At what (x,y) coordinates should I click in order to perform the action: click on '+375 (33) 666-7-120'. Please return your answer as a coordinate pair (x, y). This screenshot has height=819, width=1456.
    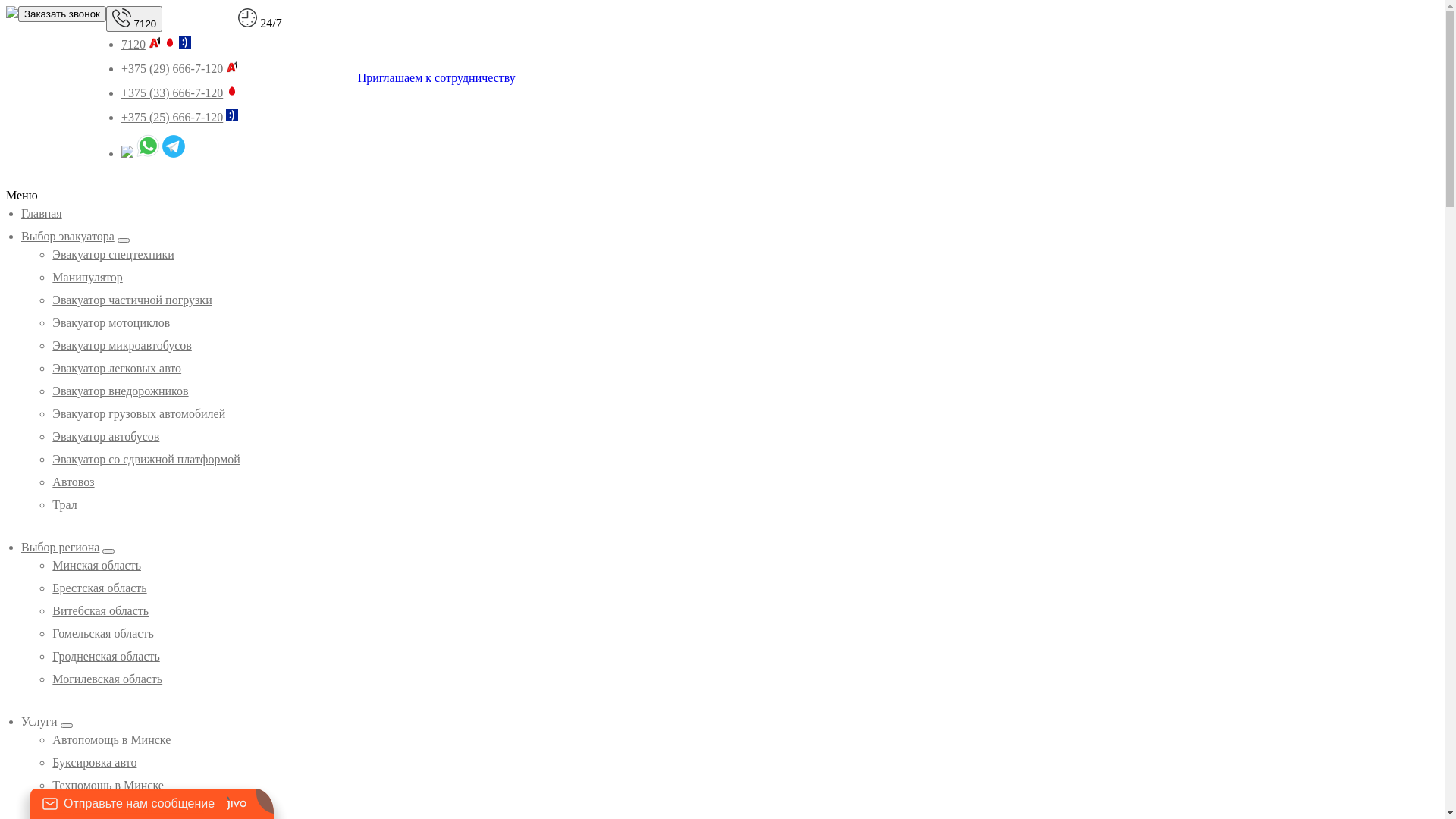
    Looking at the image, I should click on (171, 93).